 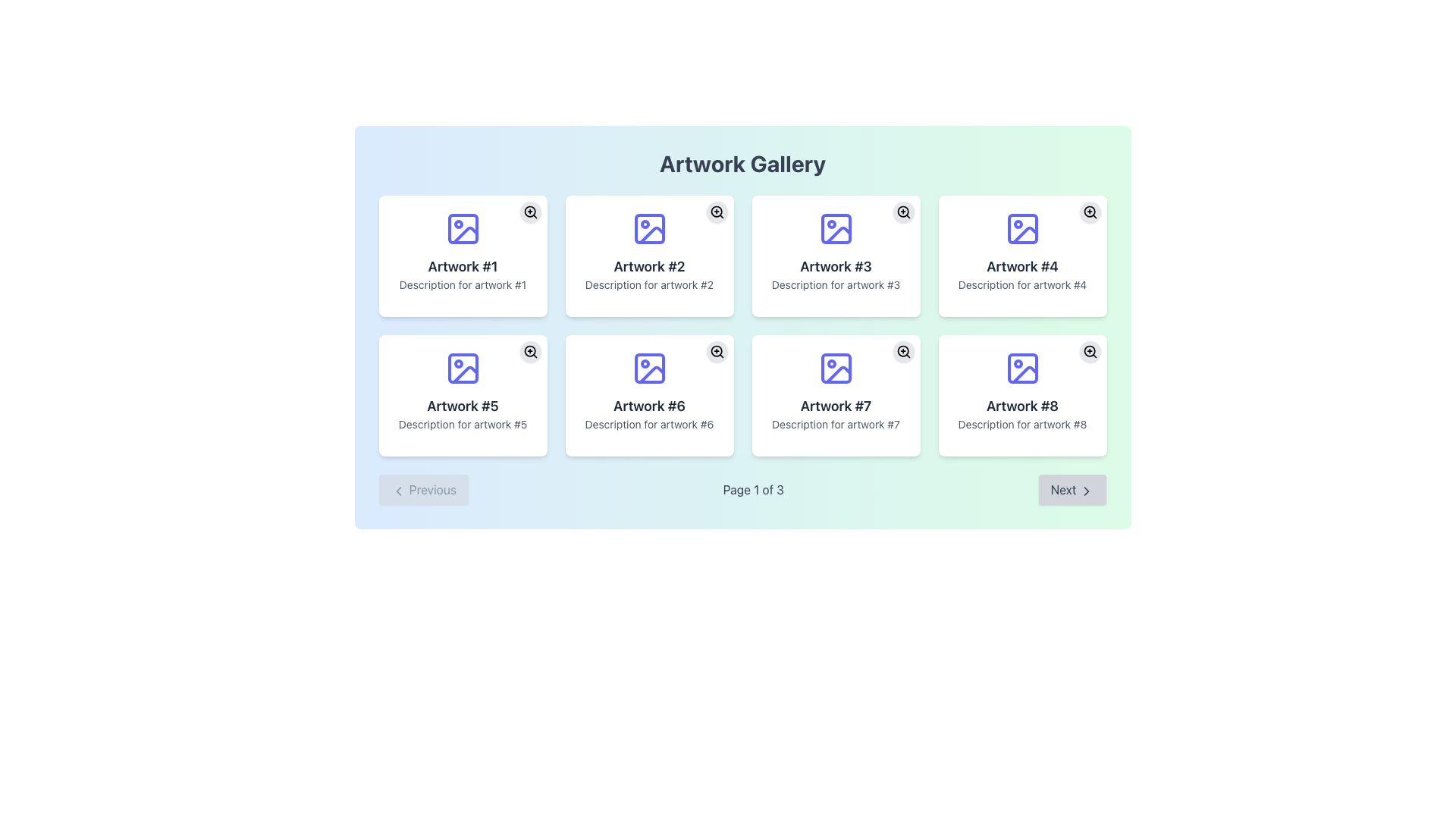 What do you see at coordinates (649, 424) in the screenshot?
I see `the text label that reads 'Description for artwork #6', which is located beneath the 'Artwork #6' title in the sixth card of the grid layout in the 'Artwork Gallery' section` at bounding box center [649, 424].